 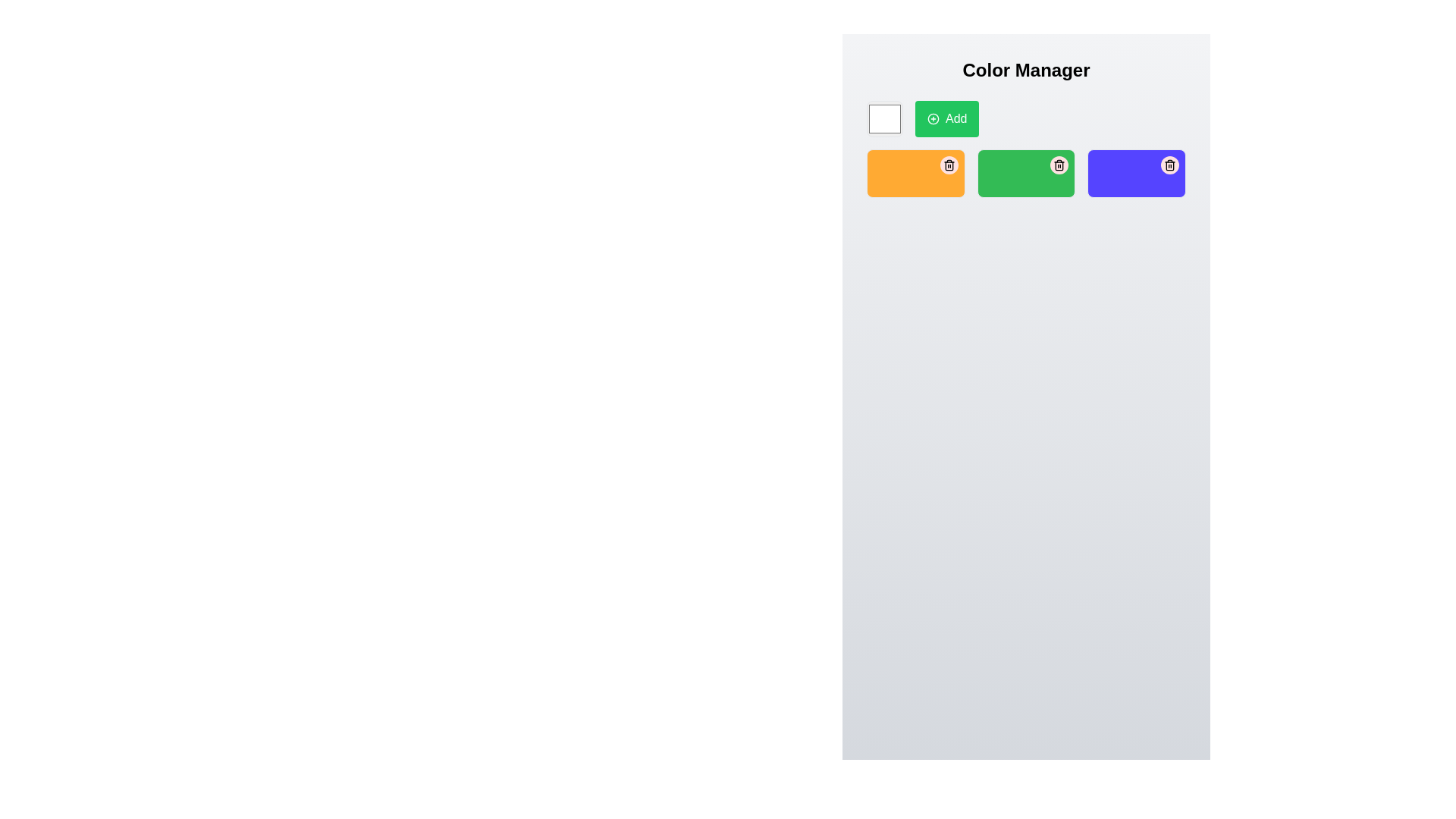 I want to click on the trash bin icon button located at the top-right corner of the blue rectangular button under the 'Color Manager' header to trigger a tooltip or visual feedback, so click(x=1169, y=165).